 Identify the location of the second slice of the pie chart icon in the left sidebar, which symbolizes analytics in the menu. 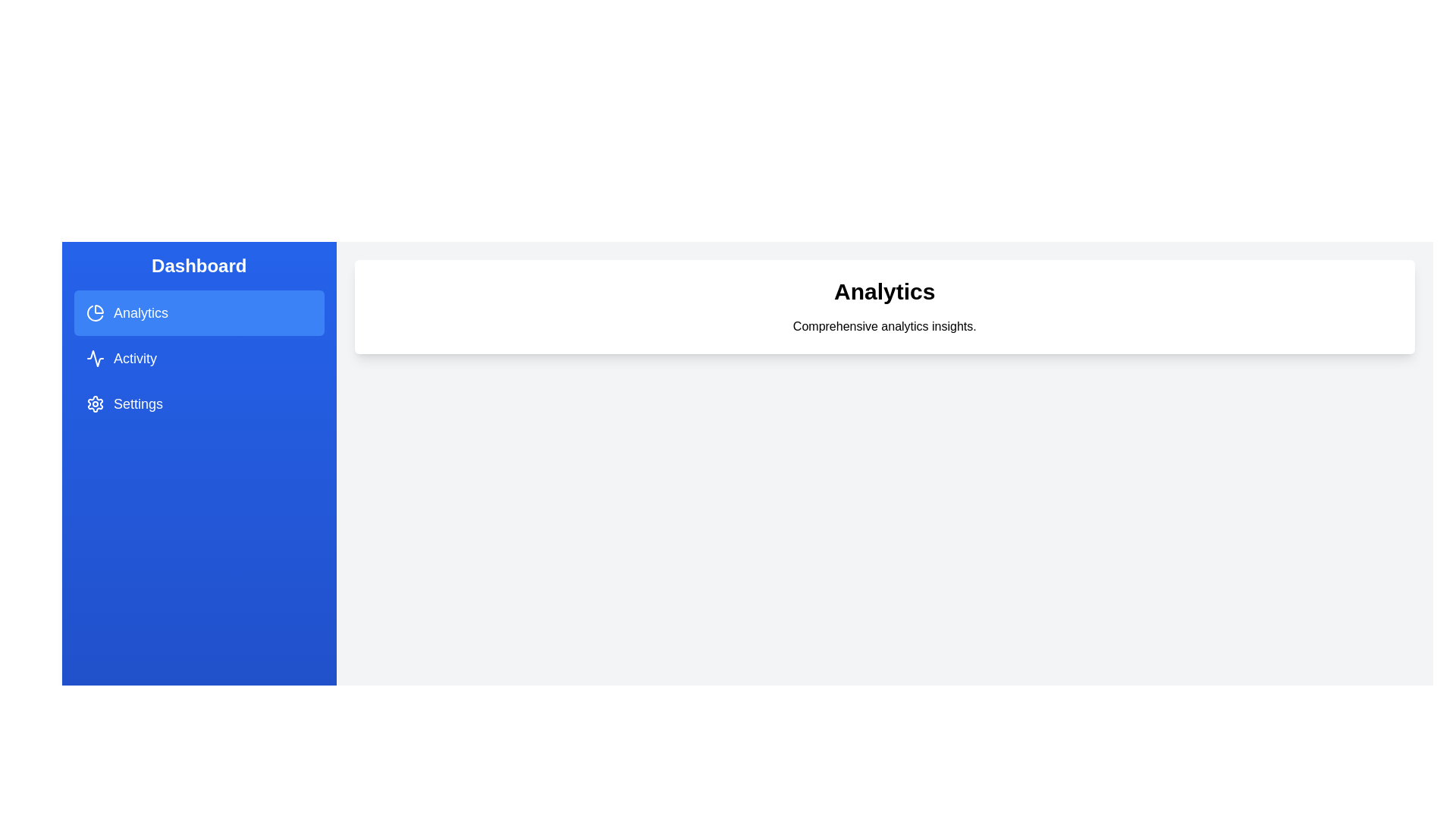
(94, 312).